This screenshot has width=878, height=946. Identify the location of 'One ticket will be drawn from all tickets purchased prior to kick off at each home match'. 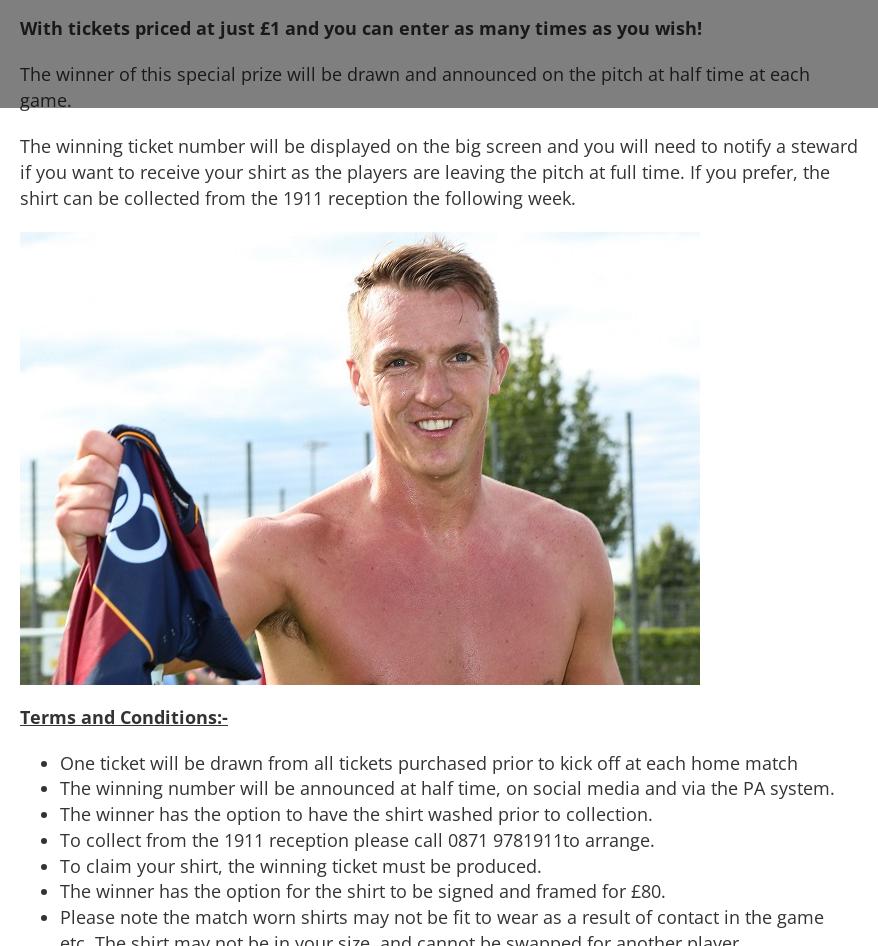
(428, 761).